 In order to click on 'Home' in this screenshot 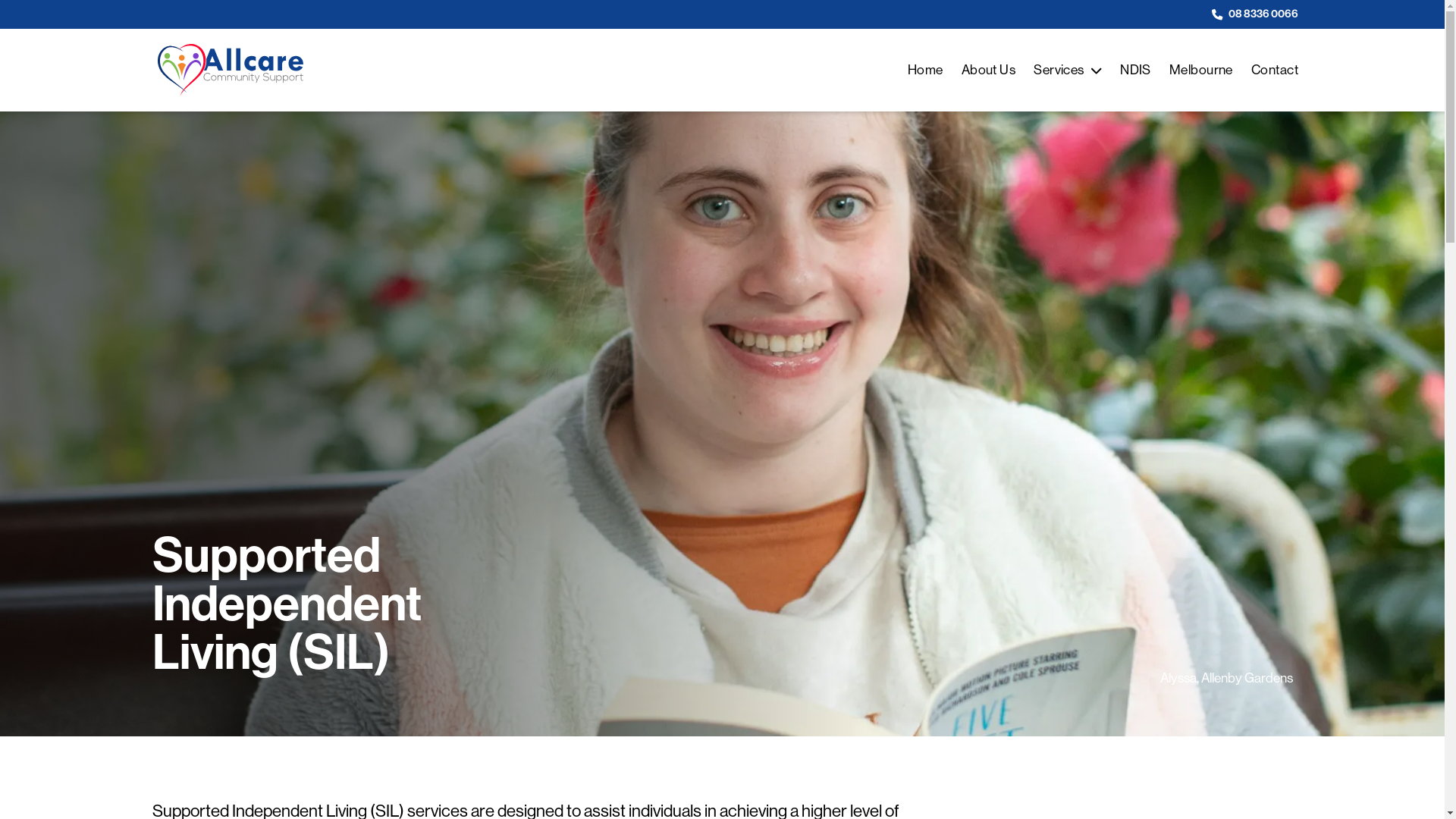, I will do `click(924, 70)`.